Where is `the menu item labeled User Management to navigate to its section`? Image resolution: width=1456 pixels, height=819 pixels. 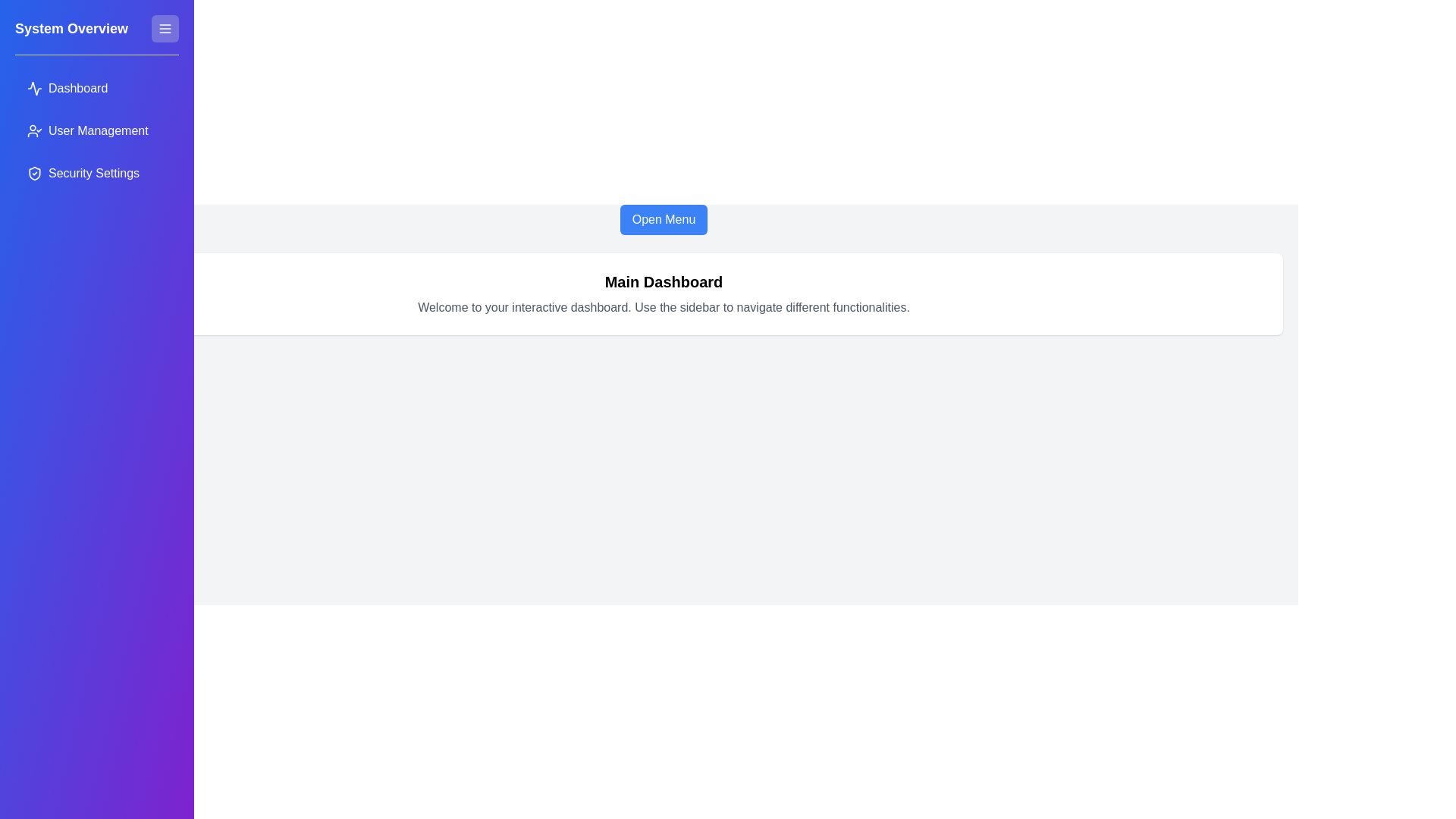 the menu item labeled User Management to navigate to its section is located at coordinates (96, 130).